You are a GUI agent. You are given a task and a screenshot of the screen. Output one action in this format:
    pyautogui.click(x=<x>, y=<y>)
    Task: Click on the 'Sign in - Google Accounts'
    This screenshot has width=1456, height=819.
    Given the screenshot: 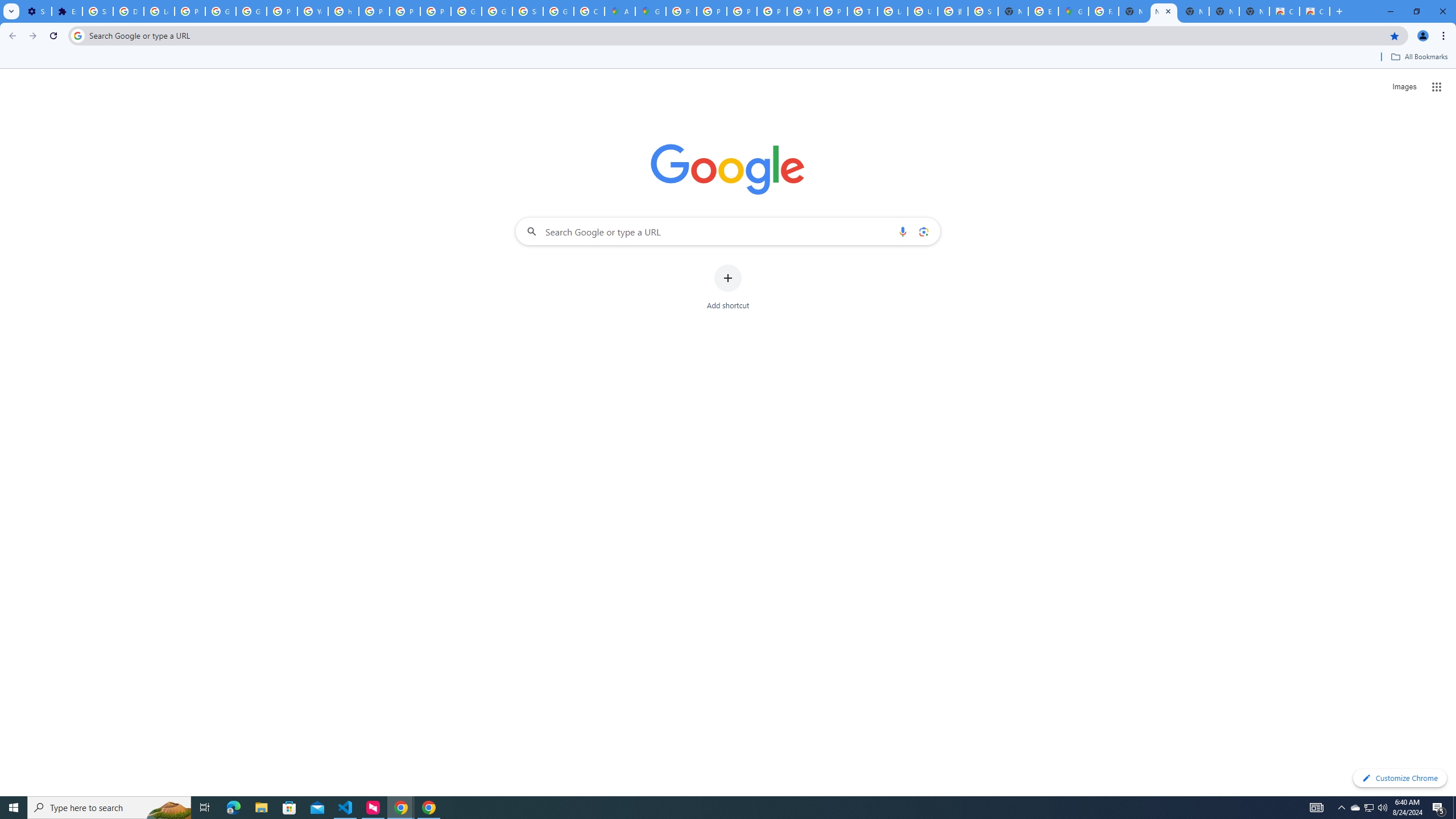 What is the action you would take?
    pyautogui.click(x=983, y=11)
    